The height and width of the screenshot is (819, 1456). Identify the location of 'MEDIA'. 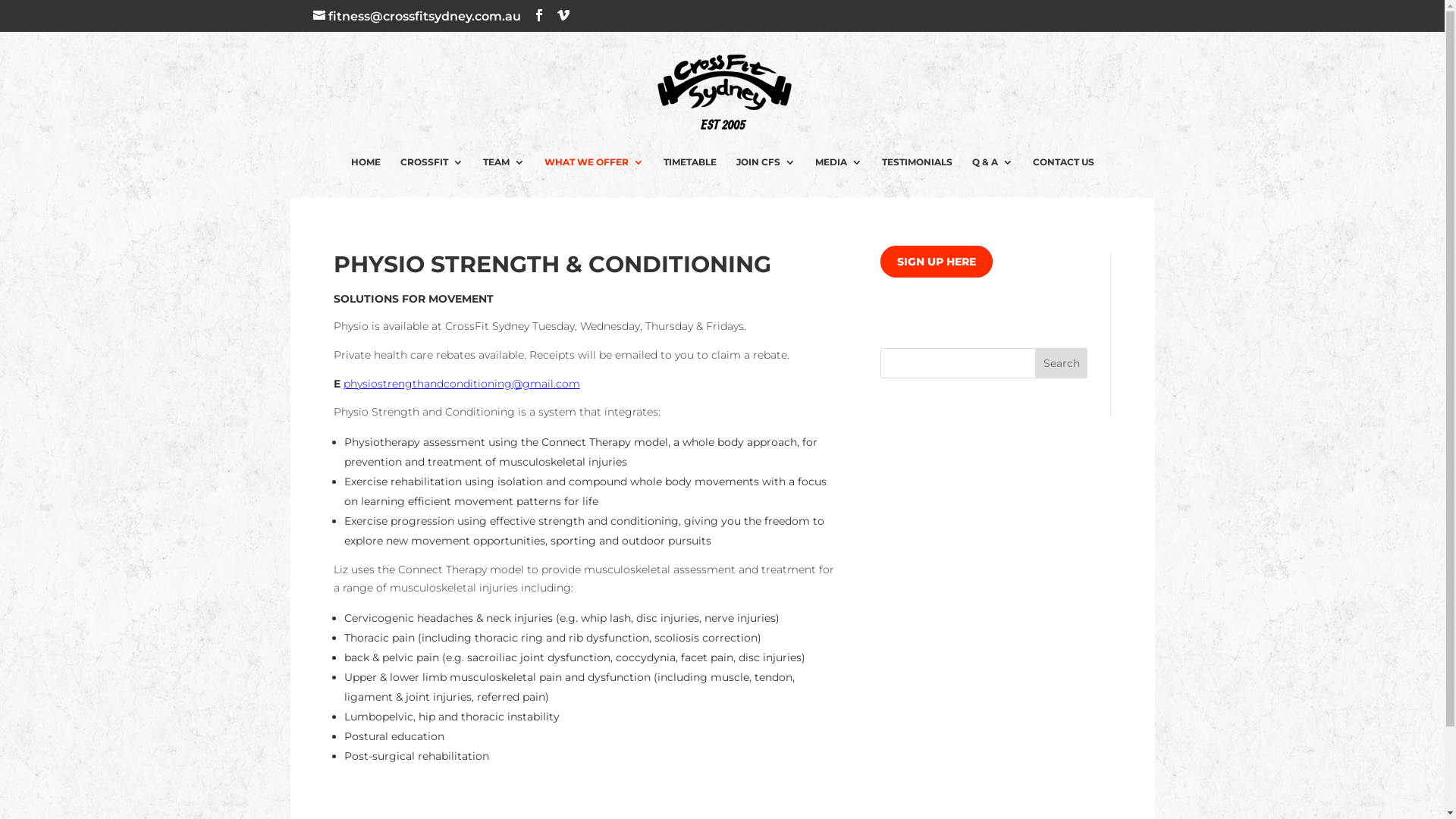
(836, 166).